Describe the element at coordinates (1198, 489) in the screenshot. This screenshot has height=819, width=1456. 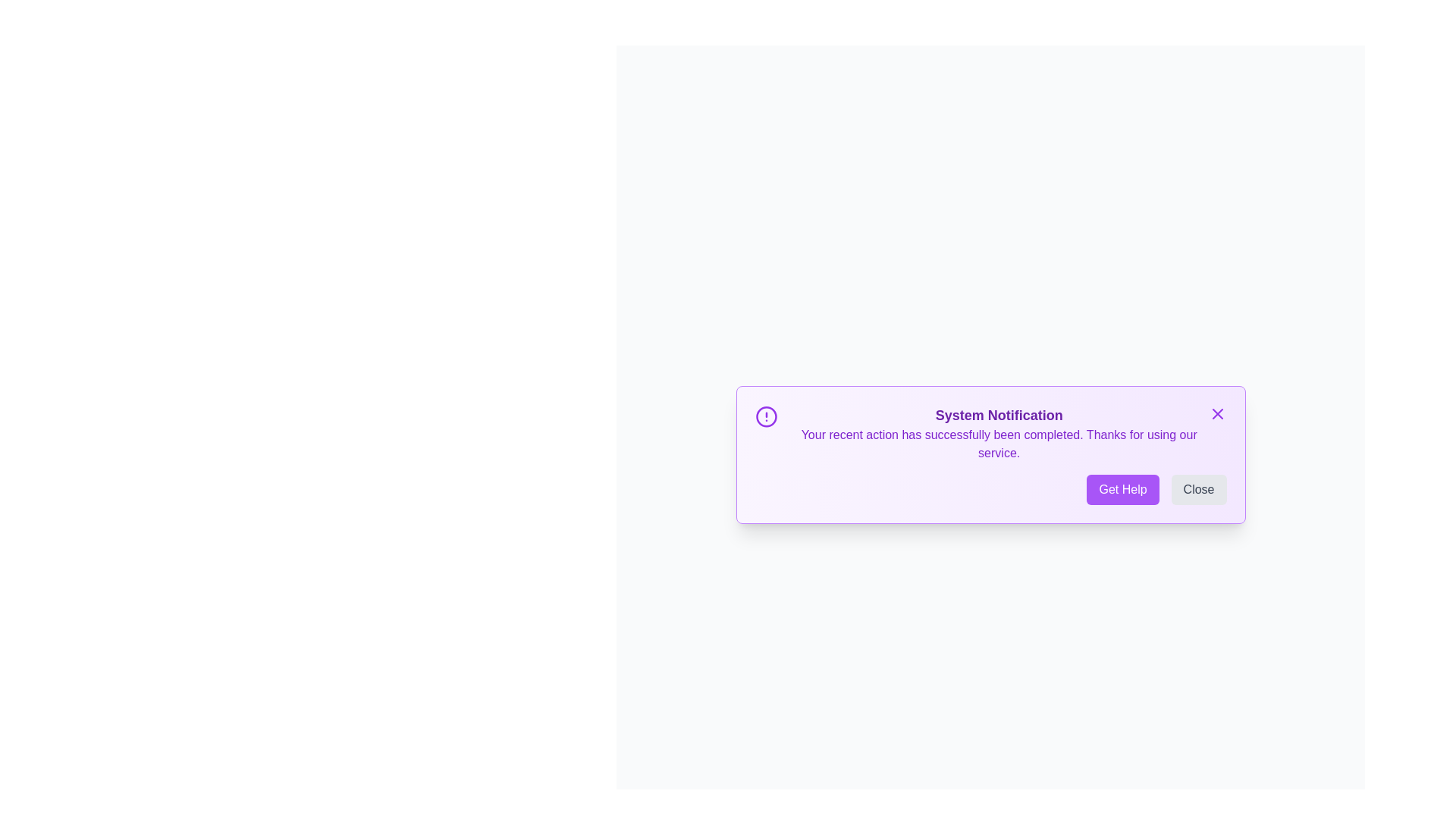
I see `the button labeled 'Close', which has a gray background and is located in the bottom-right corner of the notification dialog box` at that location.